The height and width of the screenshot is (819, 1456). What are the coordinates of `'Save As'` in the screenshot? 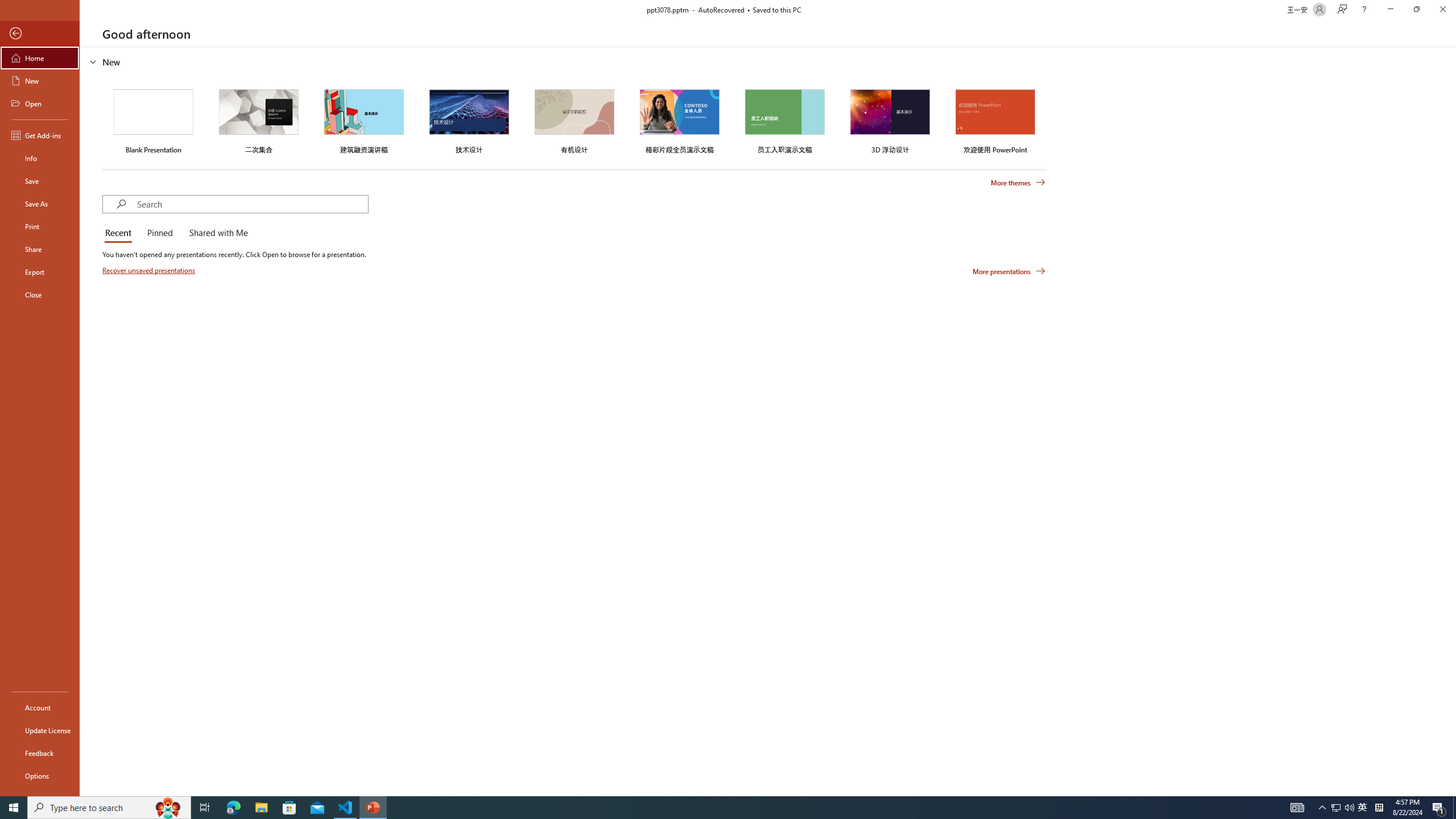 It's located at (39, 202).